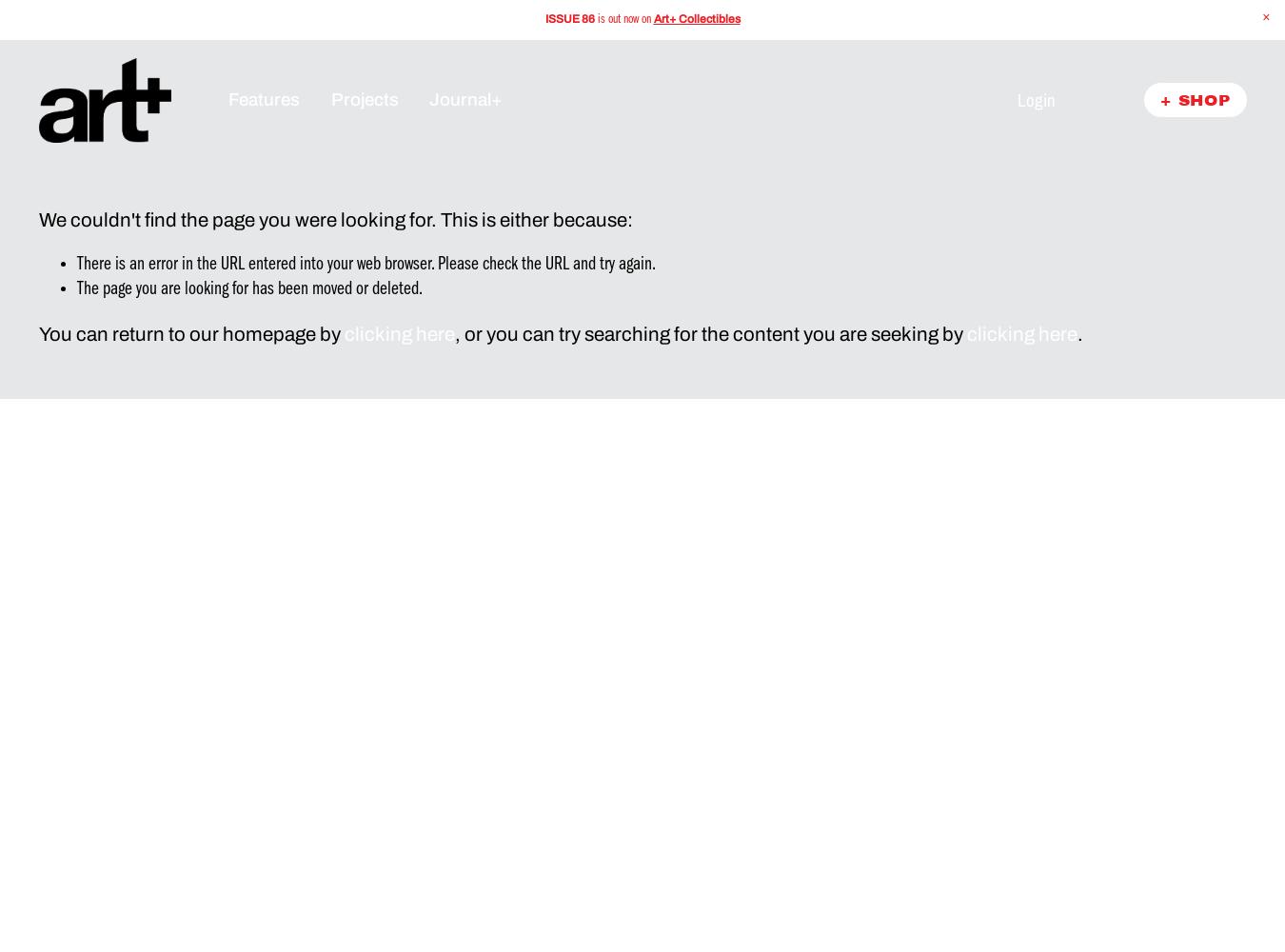 The image size is (1285, 952). I want to click on 'There is an error in the URL entered into your web browser. Please check the URL and try again.', so click(75, 264).